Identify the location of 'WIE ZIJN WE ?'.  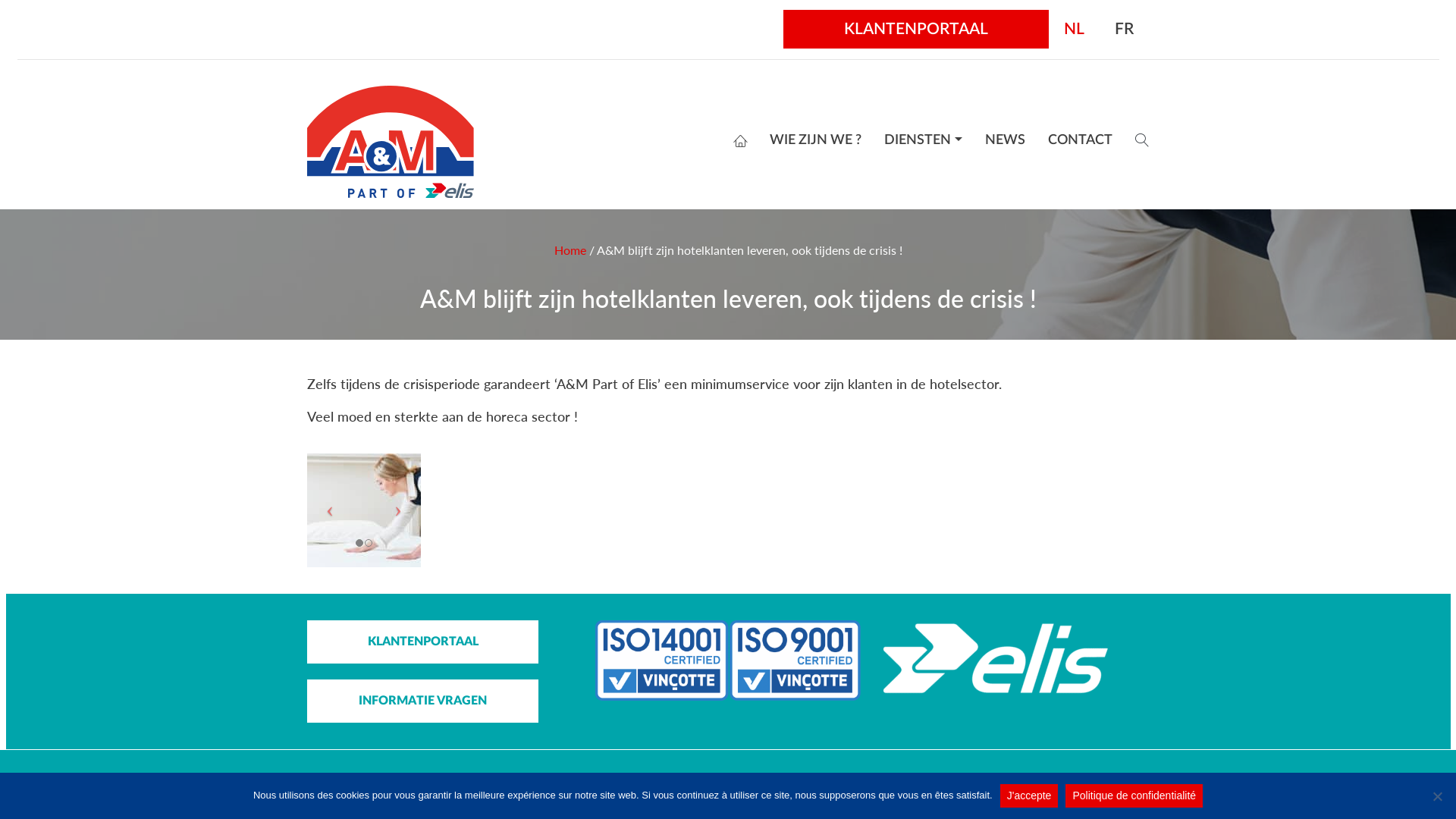
(814, 140).